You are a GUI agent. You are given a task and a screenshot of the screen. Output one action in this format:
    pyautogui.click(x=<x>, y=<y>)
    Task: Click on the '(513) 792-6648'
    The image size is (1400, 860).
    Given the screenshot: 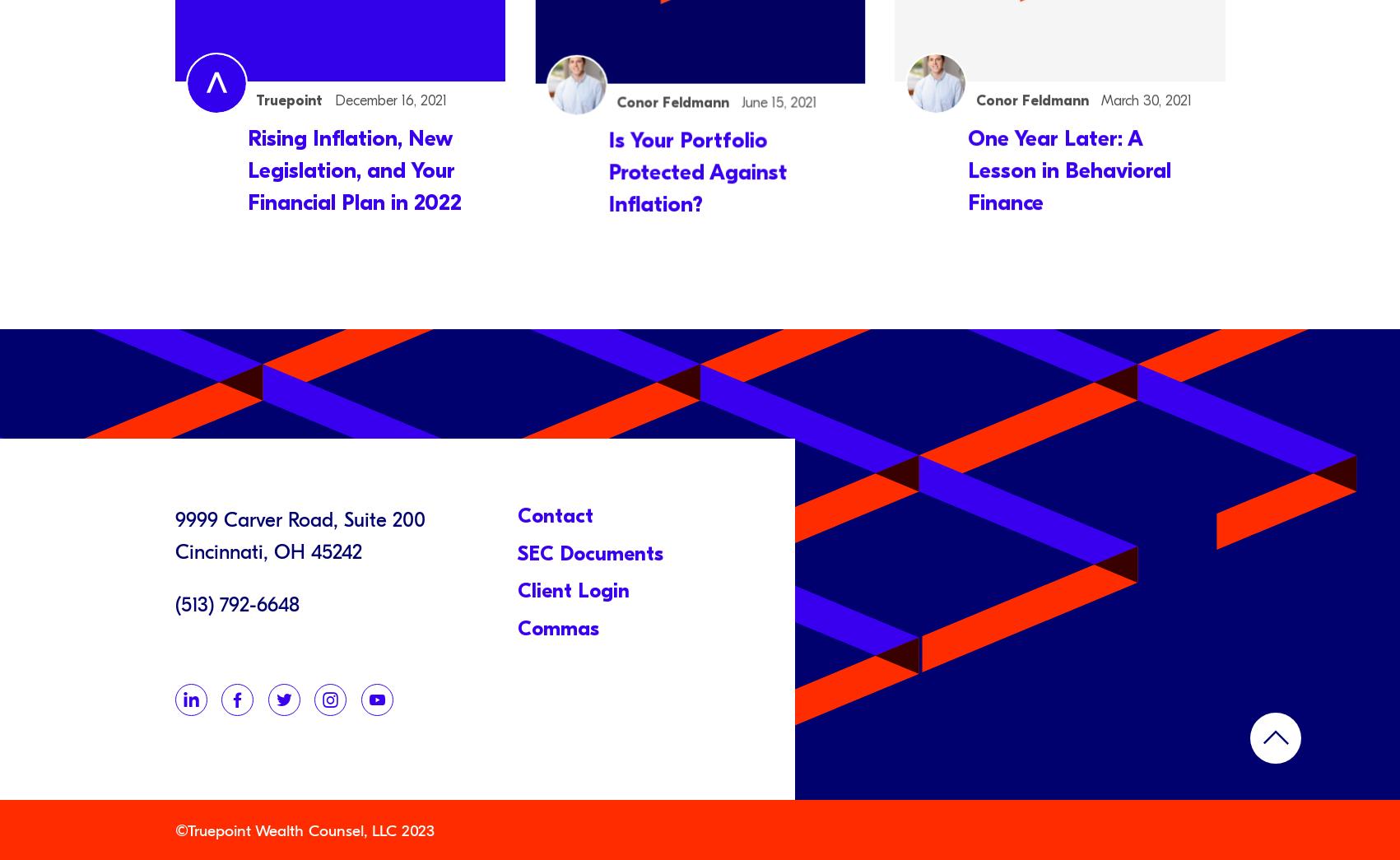 What is the action you would take?
    pyautogui.click(x=236, y=603)
    